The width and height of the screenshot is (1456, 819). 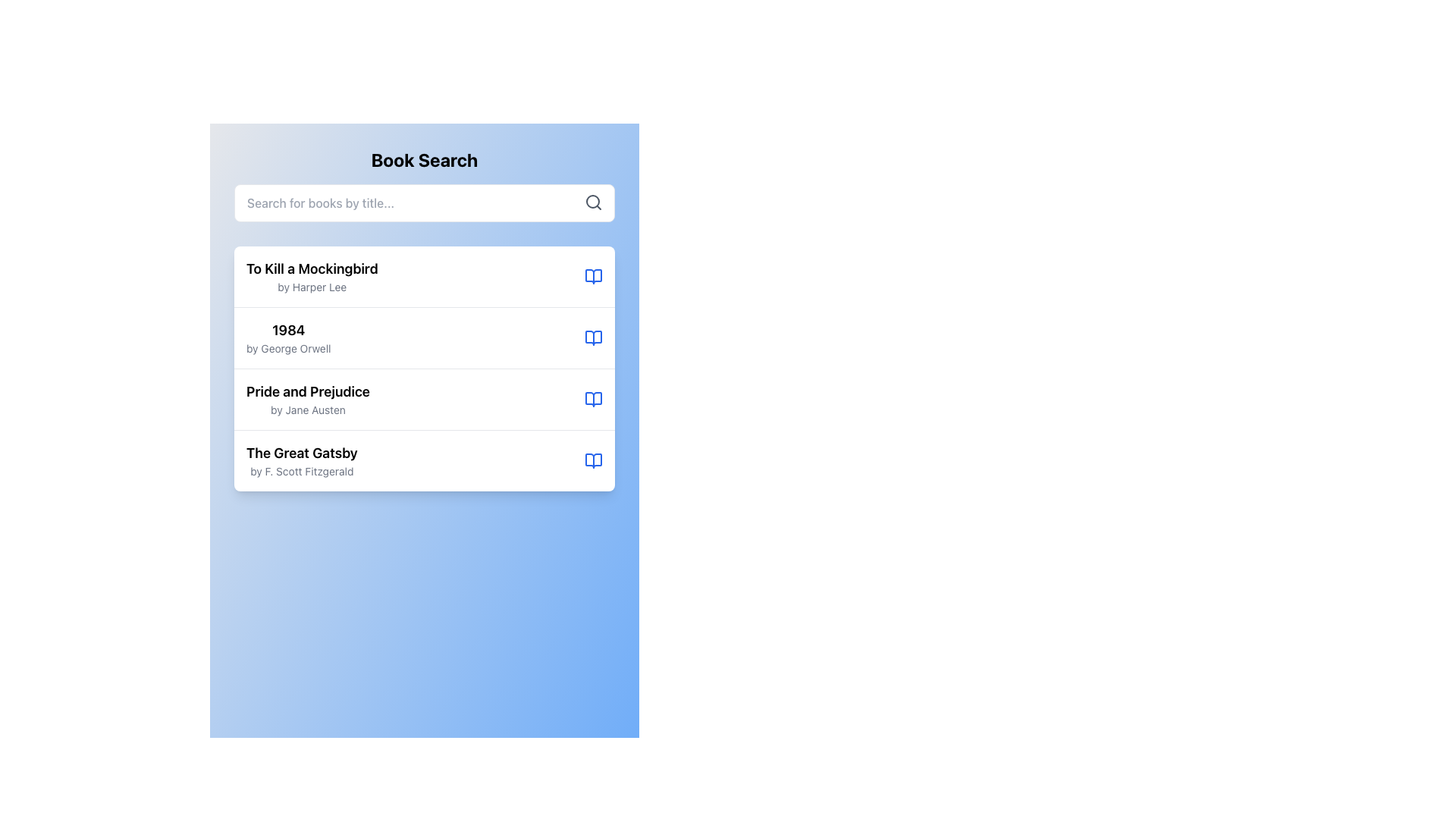 I want to click on the title text element representing the book title located in the fourth list item of the vertically arranged list, so click(x=302, y=452).